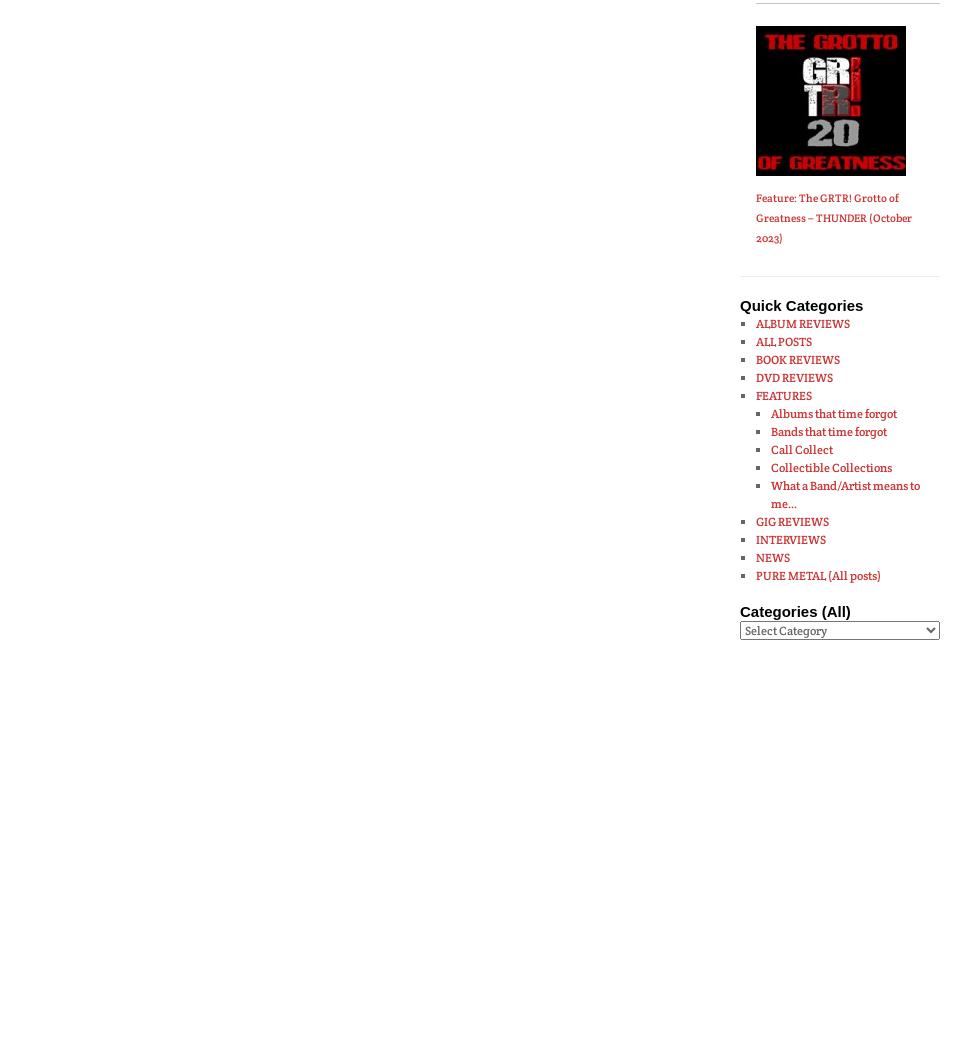 The height and width of the screenshot is (1038, 980). What do you see at coordinates (831, 466) in the screenshot?
I see `'Collectible Collections'` at bounding box center [831, 466].